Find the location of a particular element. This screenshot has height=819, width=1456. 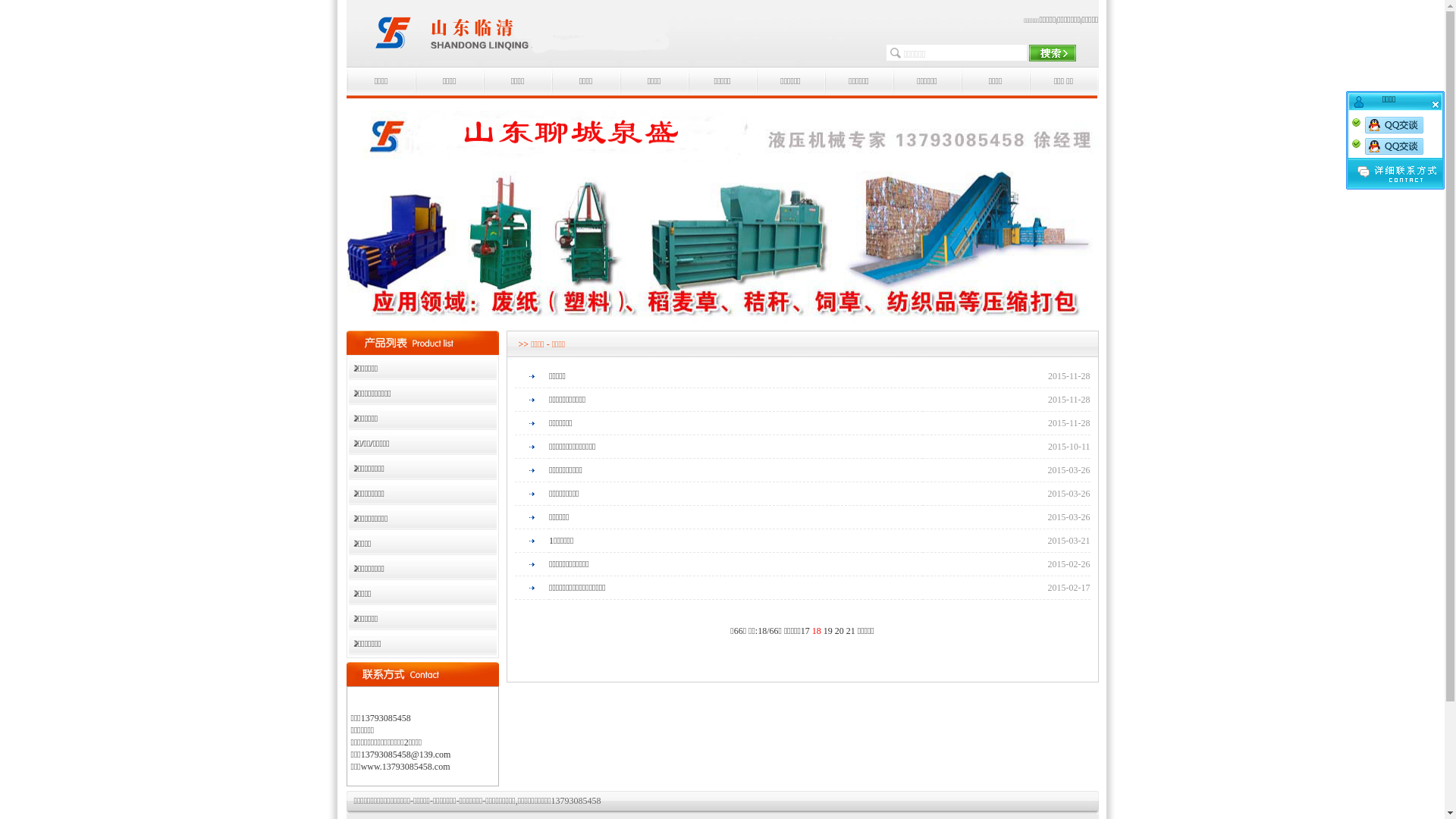

'13793085458@139.com' is located at coordinates (359, 755).